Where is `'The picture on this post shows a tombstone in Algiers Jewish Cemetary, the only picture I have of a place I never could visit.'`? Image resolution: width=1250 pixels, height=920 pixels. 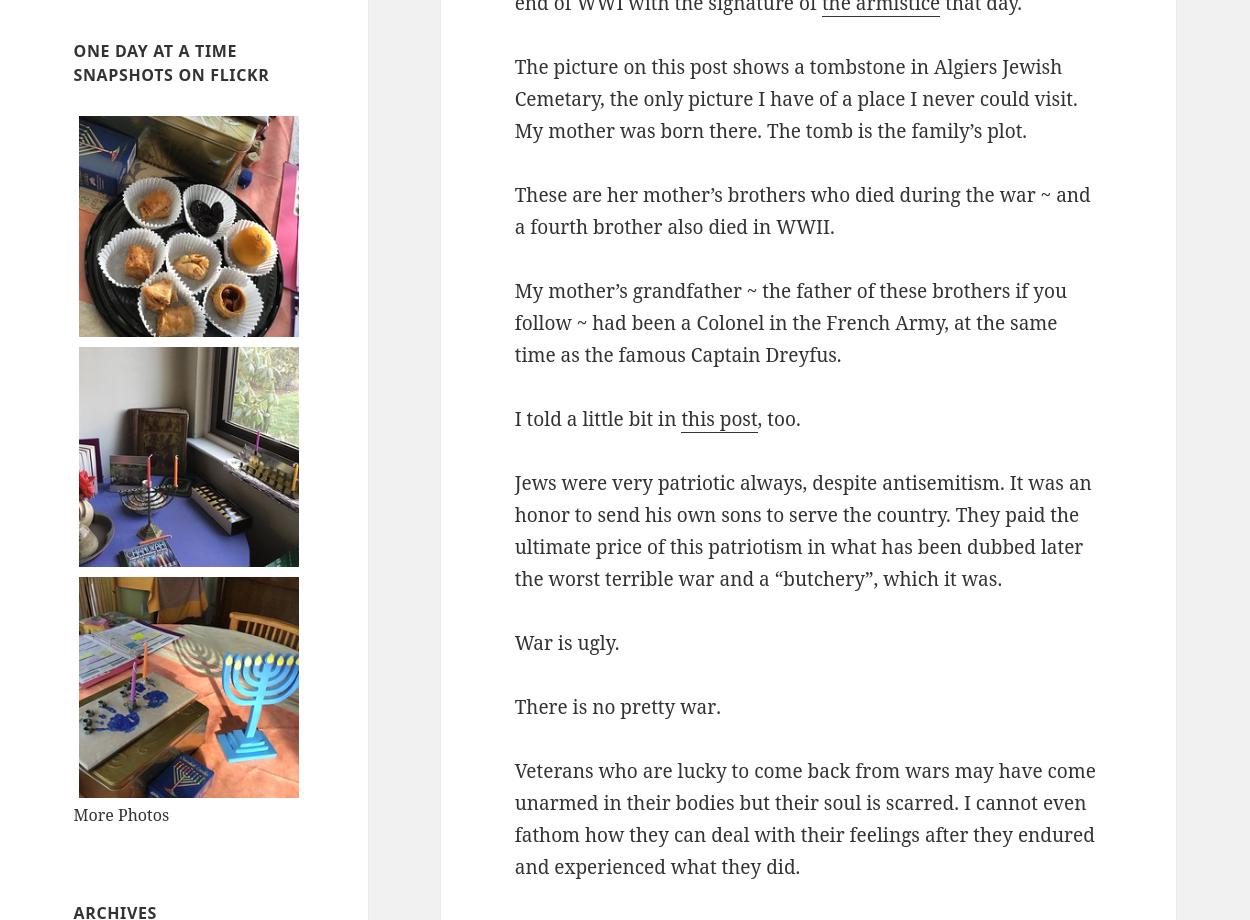
'The picture on this post shows a tombstone in Algiers Jewish Cemetary, the only picture I have of a place I never could visit.' is located at coordinates (795, 82).